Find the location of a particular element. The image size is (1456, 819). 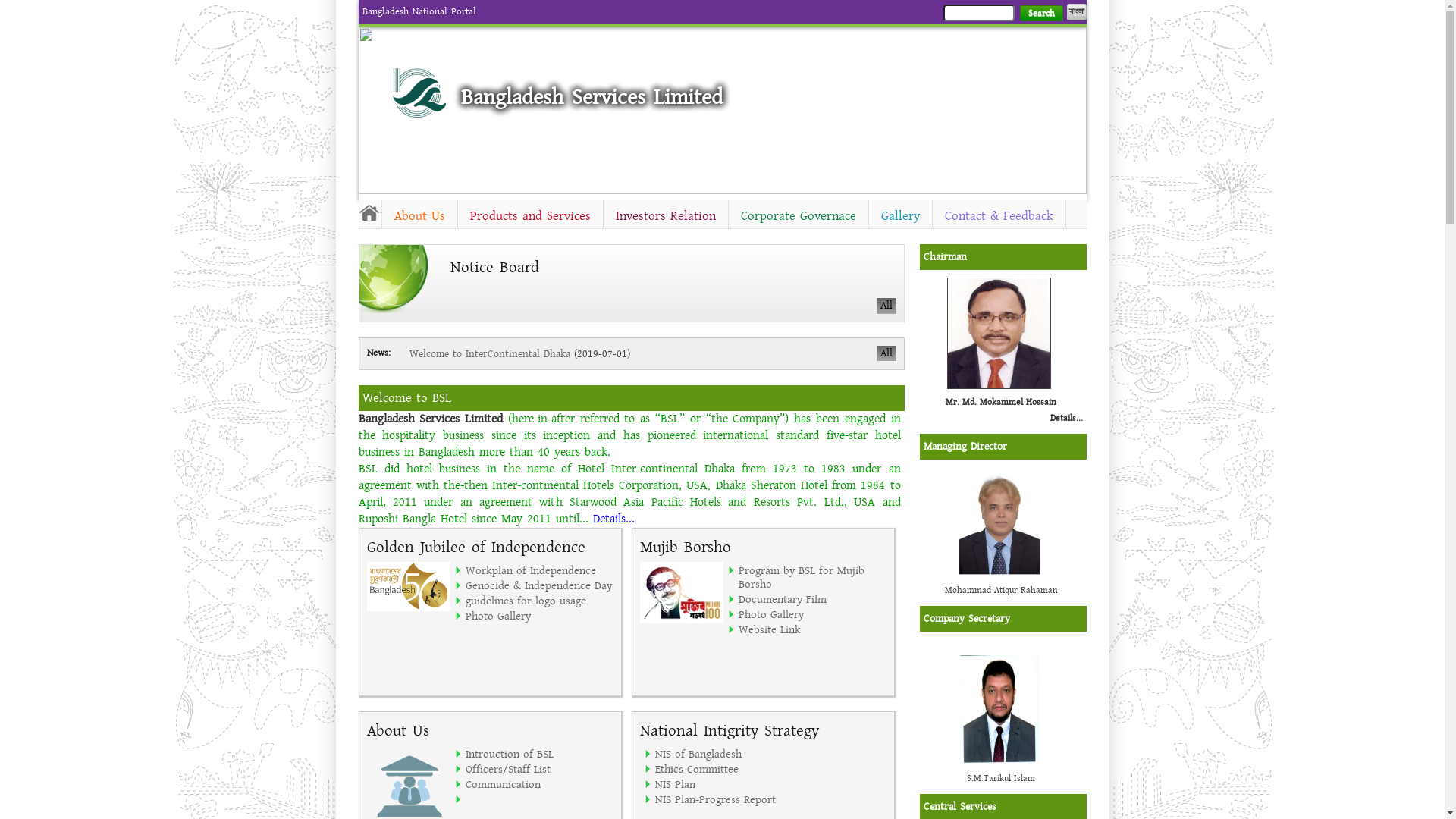

'Website Link' is located at coordinates (811, 629).